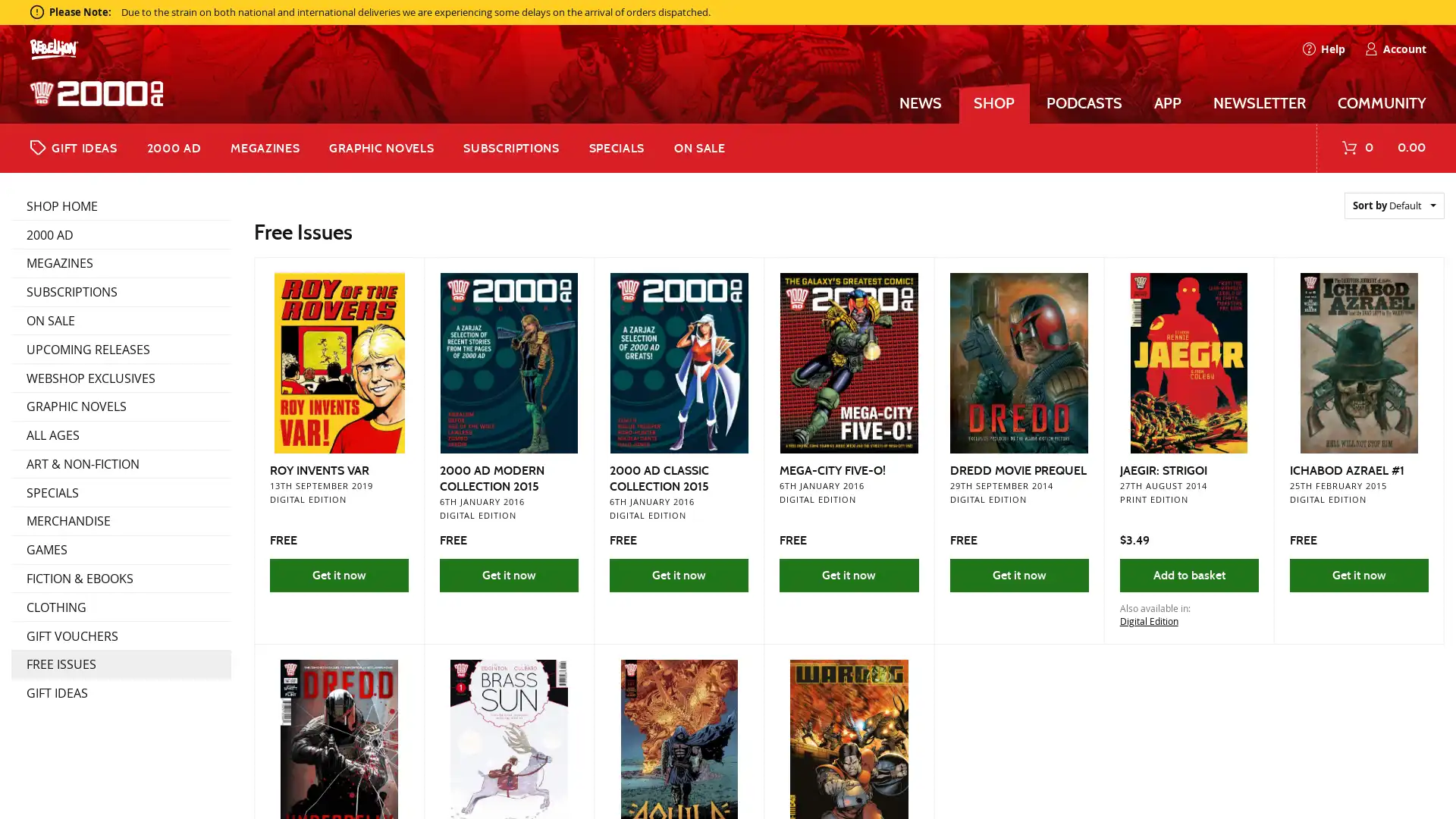 The height and width of the screenshot is (819, 1456). I want to click on Digital Edition, so click(1148, 621).